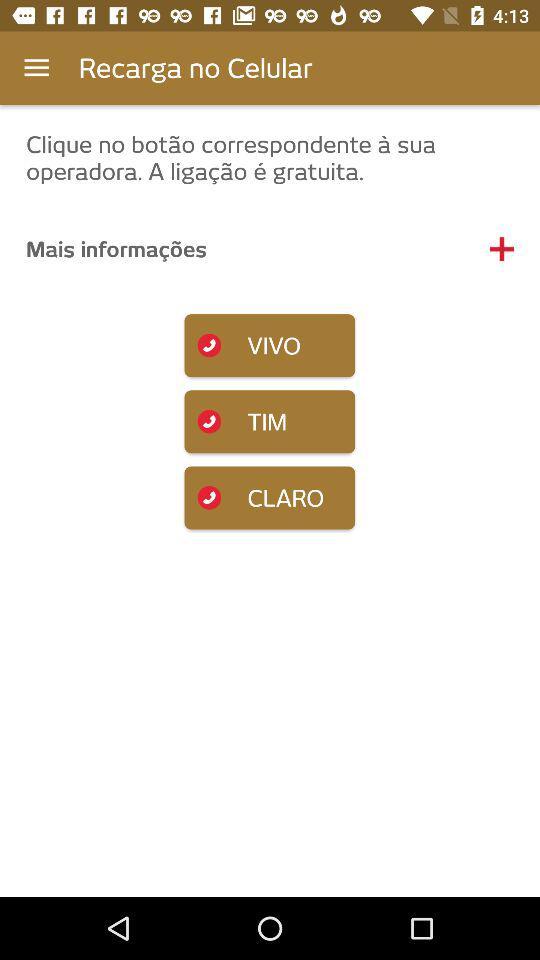  I want to click on the icon above the claro, so click(269, 421).